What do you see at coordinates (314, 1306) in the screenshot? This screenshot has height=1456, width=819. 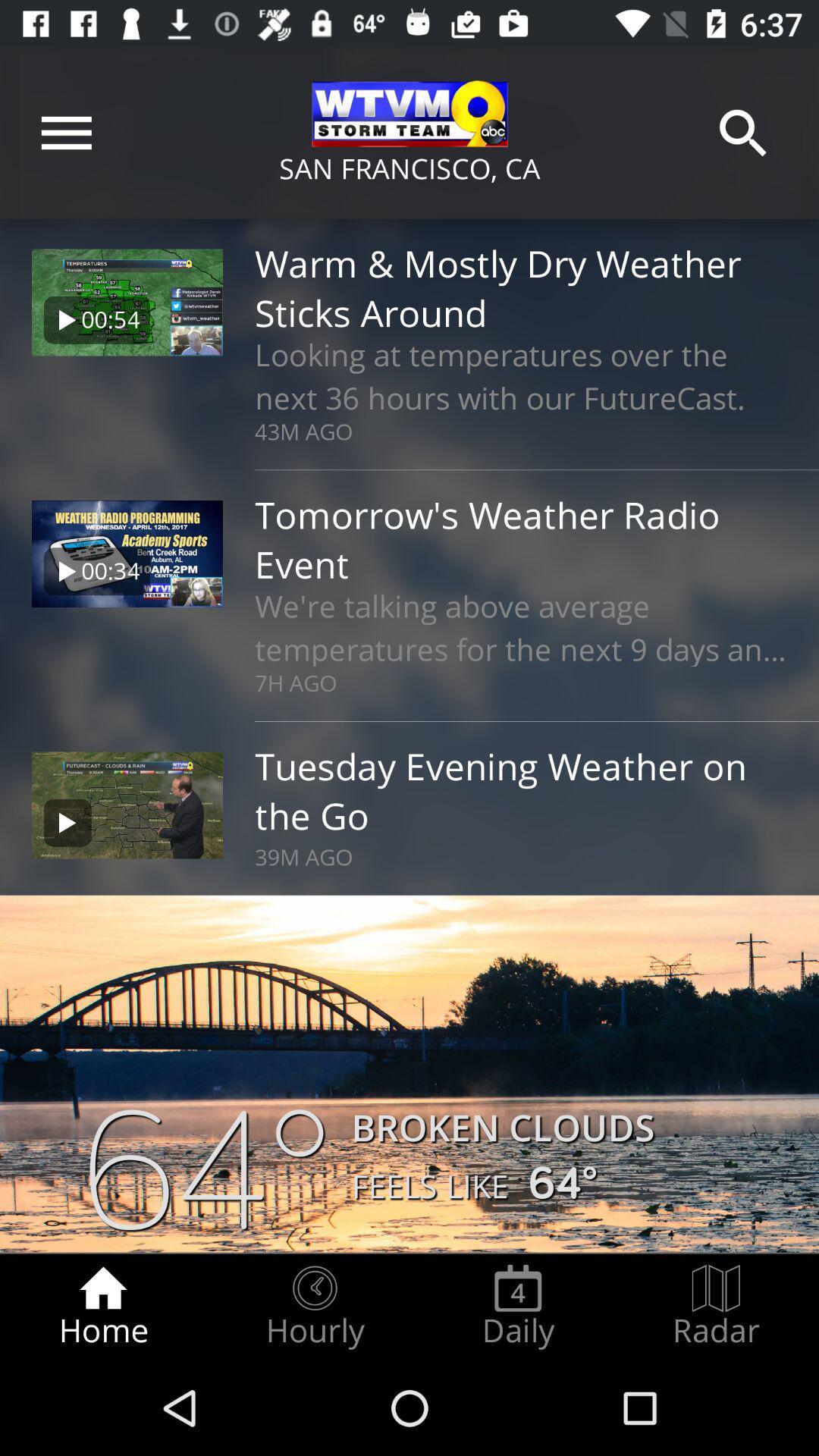 I see `the radio button to the right of the home radio button` at bounding box center [314, 1306].